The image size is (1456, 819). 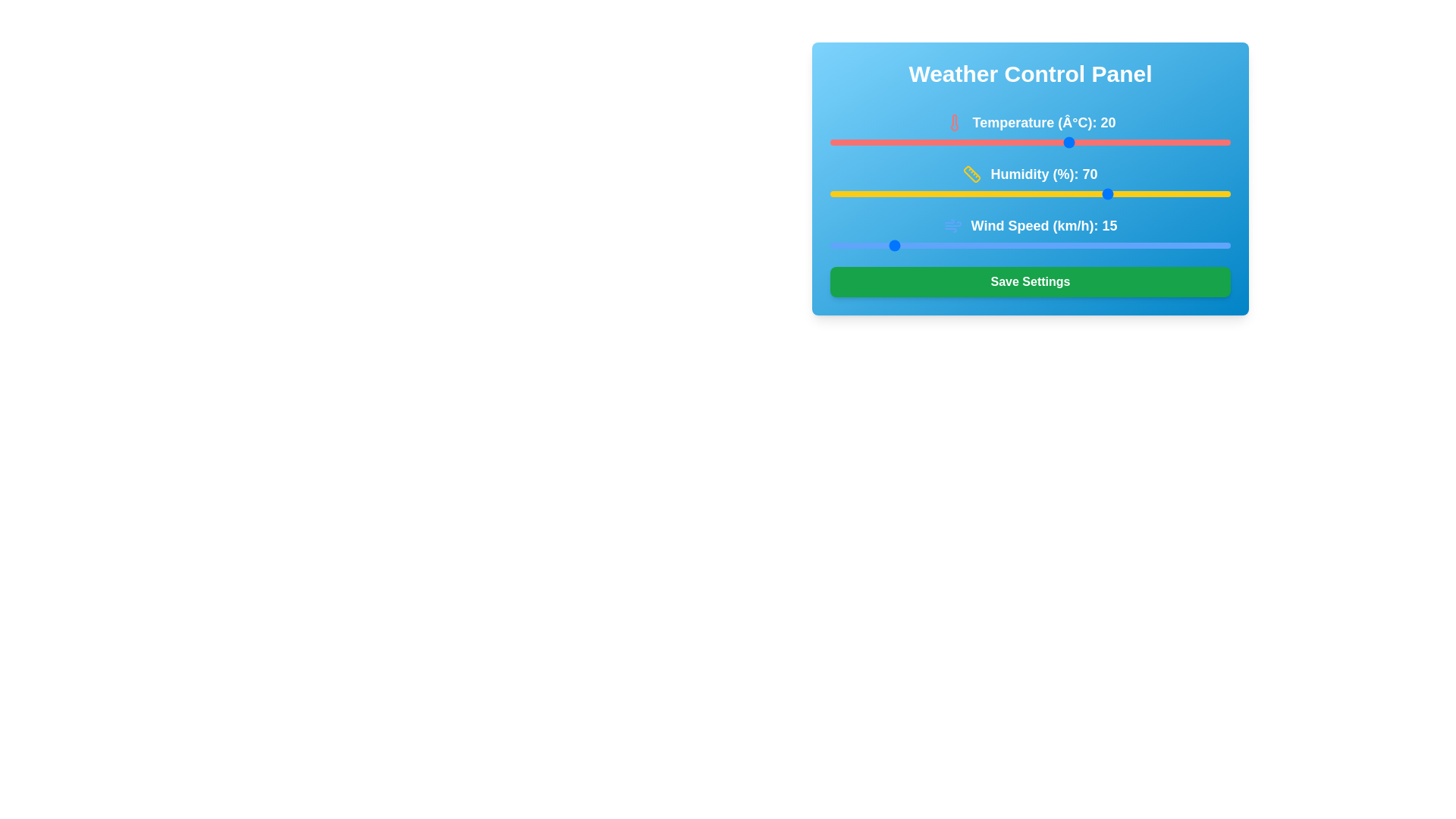 What do you see at coordinates (1142, 245) in the screenshot?
I see `wind speed` at bounding box center [1142, 245].